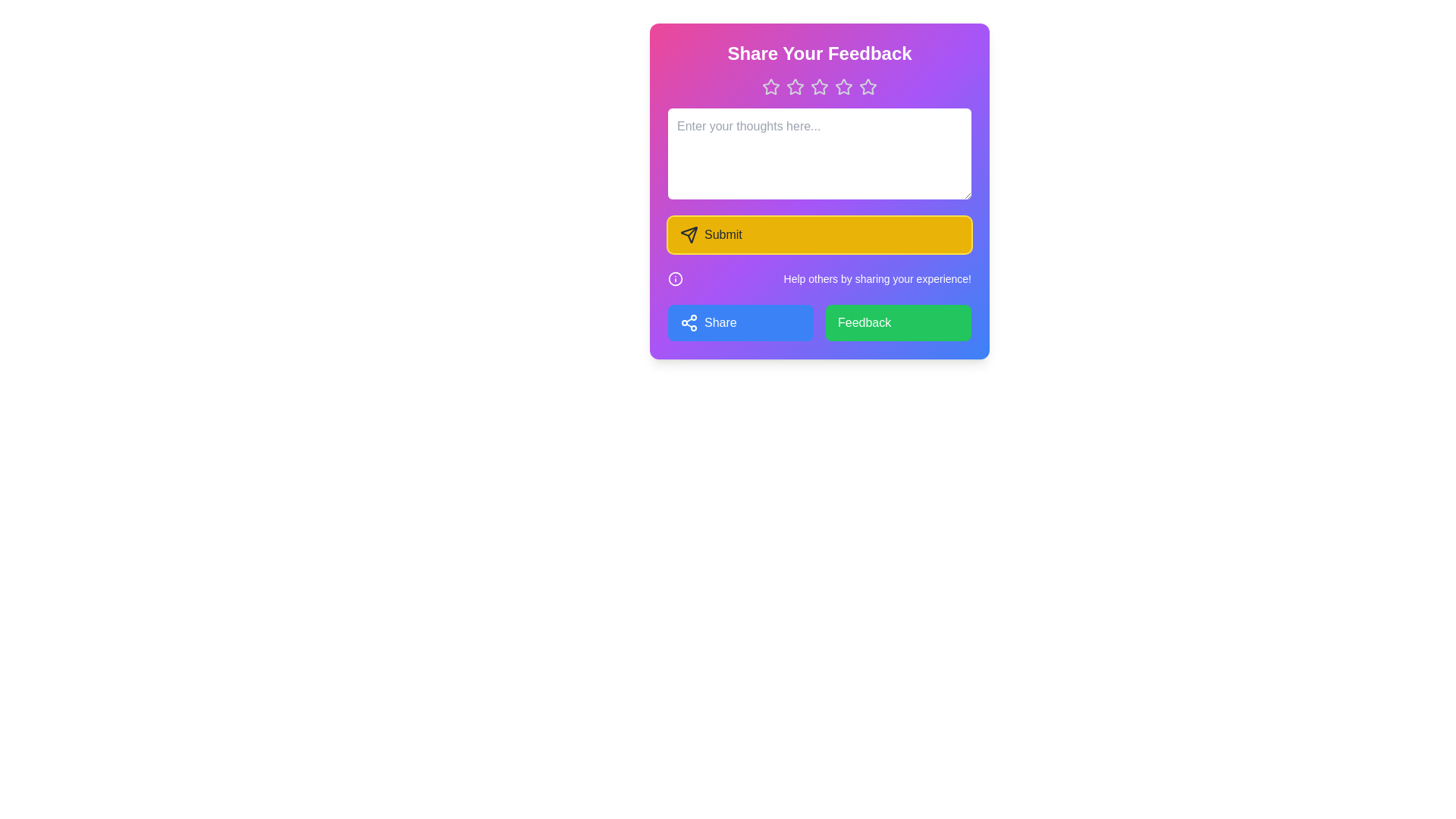 The height and width of the screenshot is (819, 1456). What do you see at coordinates (688, 322) in the screenshot?
I see `the sharing icon located to the left of the blue 'Share' button in the bottom left section of the card interface` at bounding box center [688, 322].